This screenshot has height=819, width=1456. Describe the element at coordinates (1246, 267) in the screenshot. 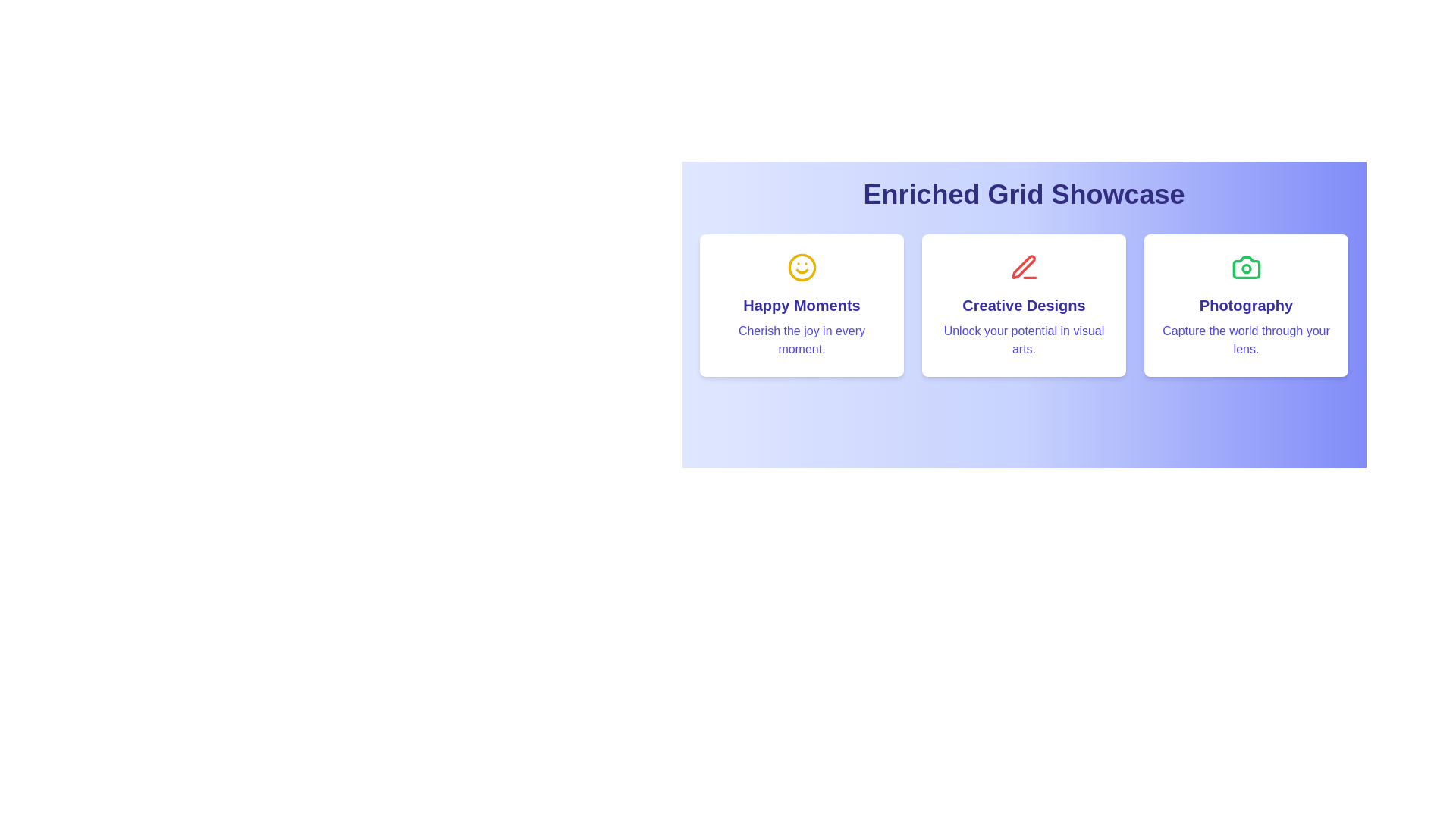

I see `the camera icon with a green outline located at the top inside the third card labeled 'Photography' in the right-hand column of the grid layout` at that location.